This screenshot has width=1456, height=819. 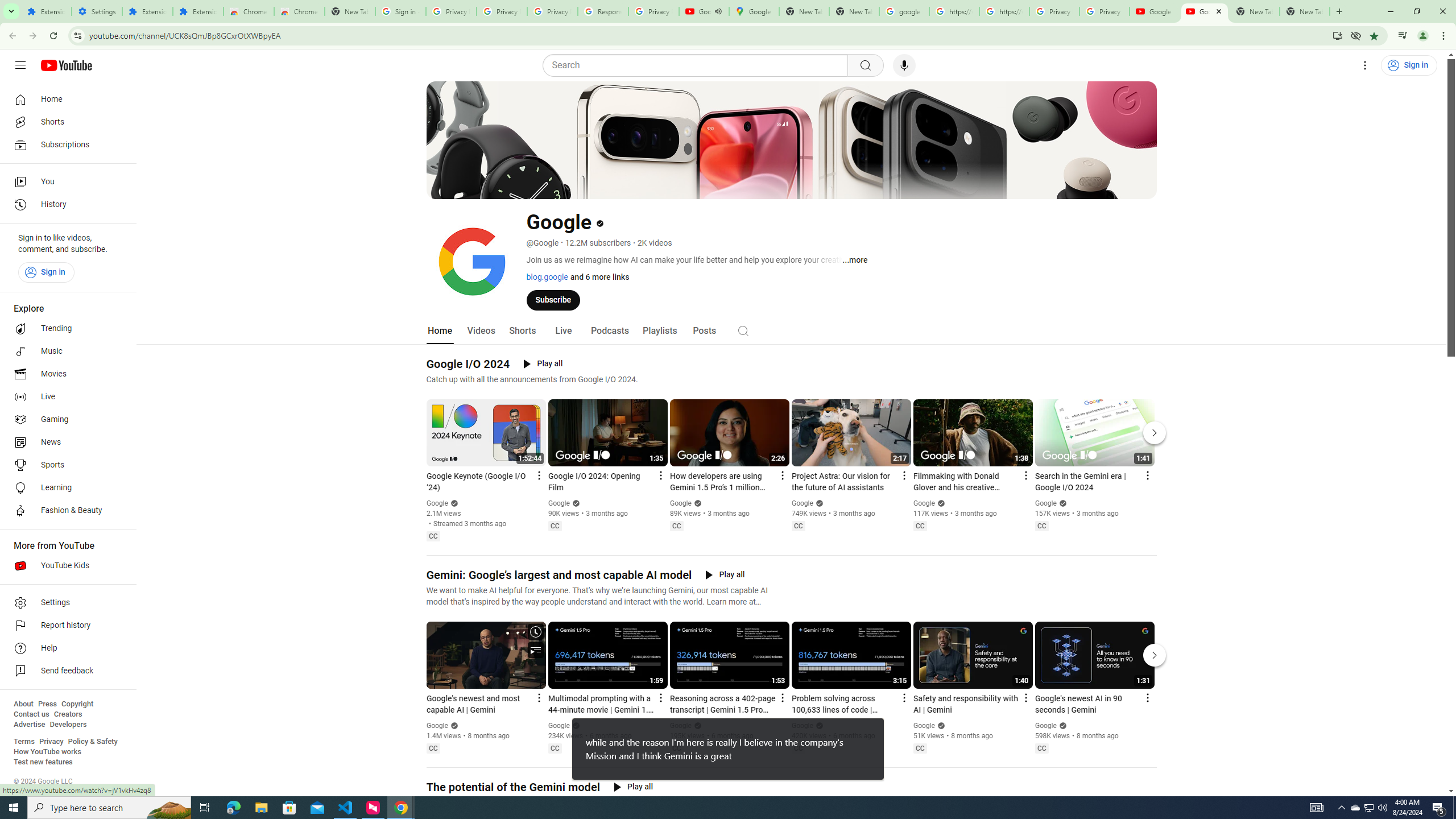 I want to click on 'Fashion & Beauty', so click(x=64, y=510).